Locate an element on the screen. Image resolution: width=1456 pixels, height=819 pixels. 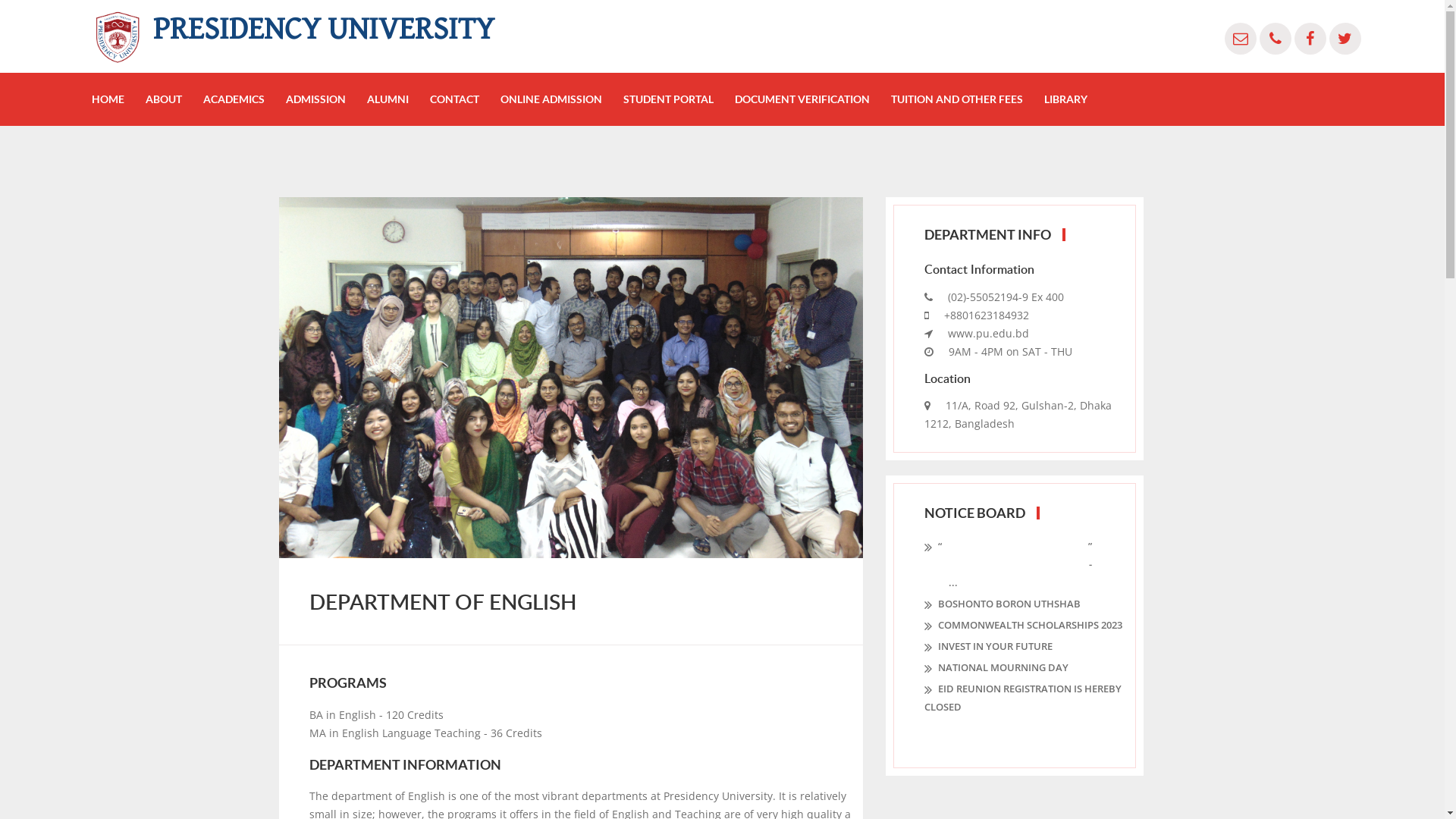
'ADMISSION' is located at coordinates (315, 99).